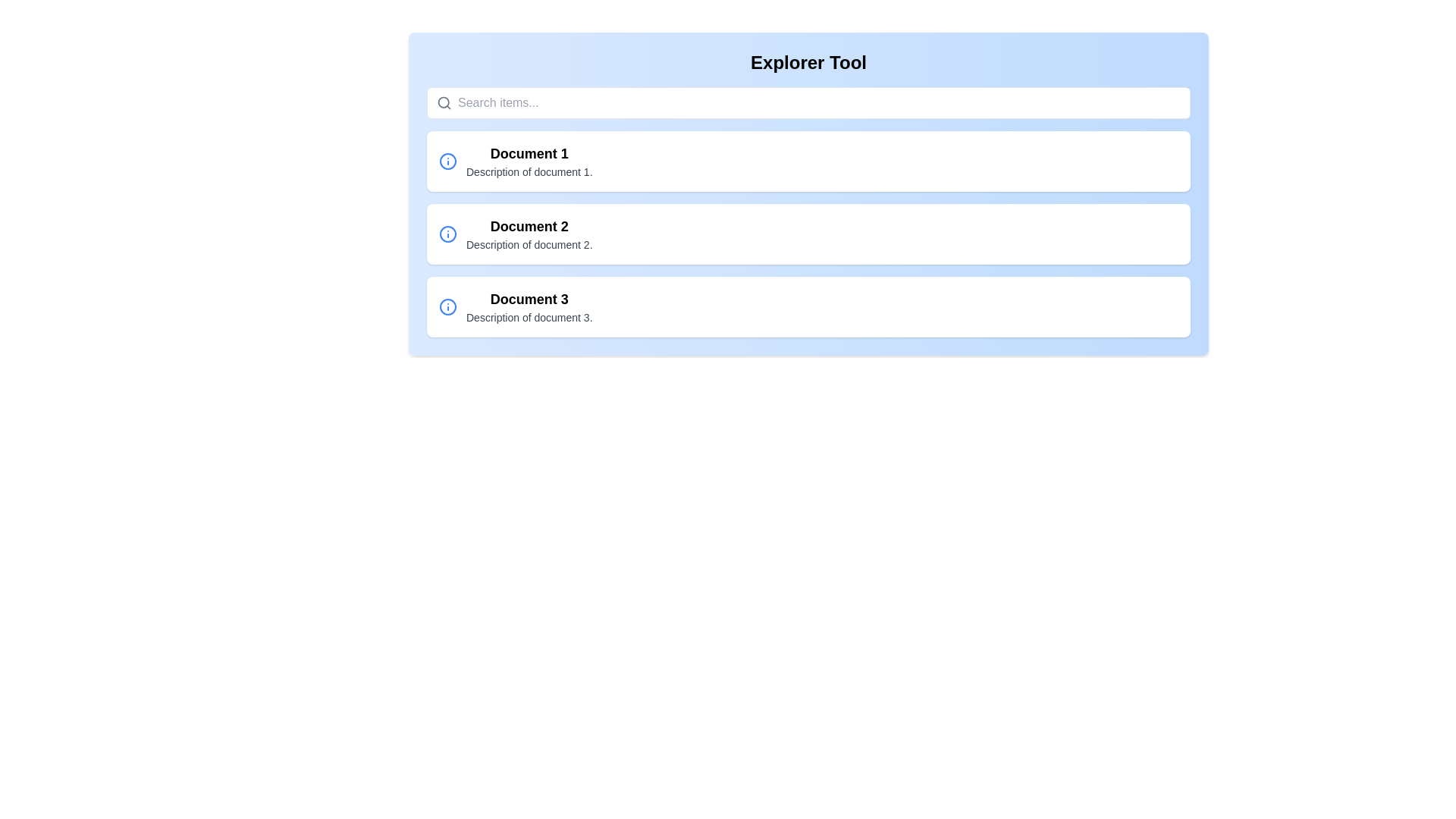 The height and width of the screenshot is (819, 1456). I want to click on the circular icon with a blue hue located to the left of the 'Document 2' list item, which has a smaller circle near its center, so click(447, 234).